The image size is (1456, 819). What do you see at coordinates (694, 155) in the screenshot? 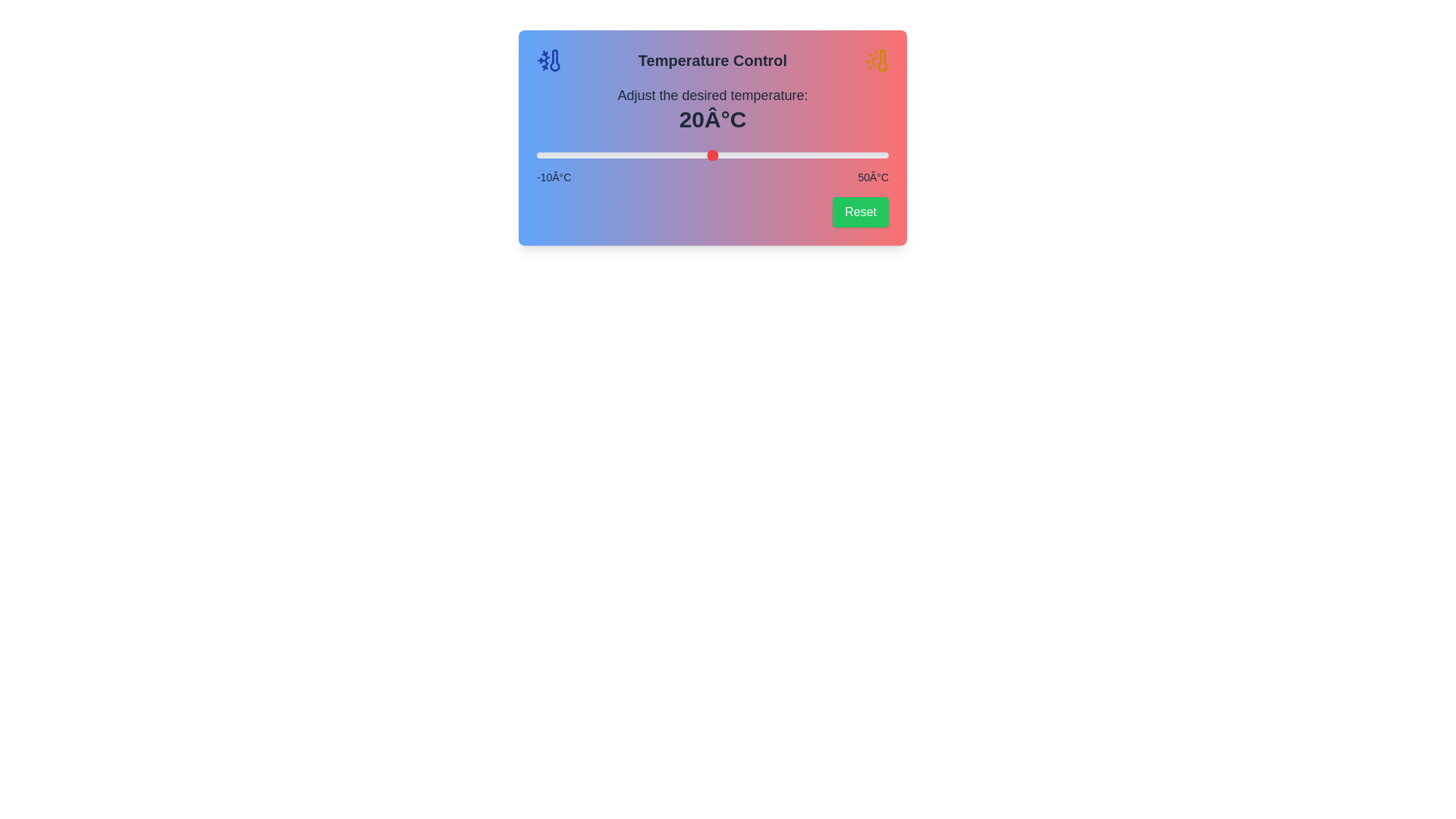
I see `the slider to set the temperature to 17°C` at bounding box center [694, 155].